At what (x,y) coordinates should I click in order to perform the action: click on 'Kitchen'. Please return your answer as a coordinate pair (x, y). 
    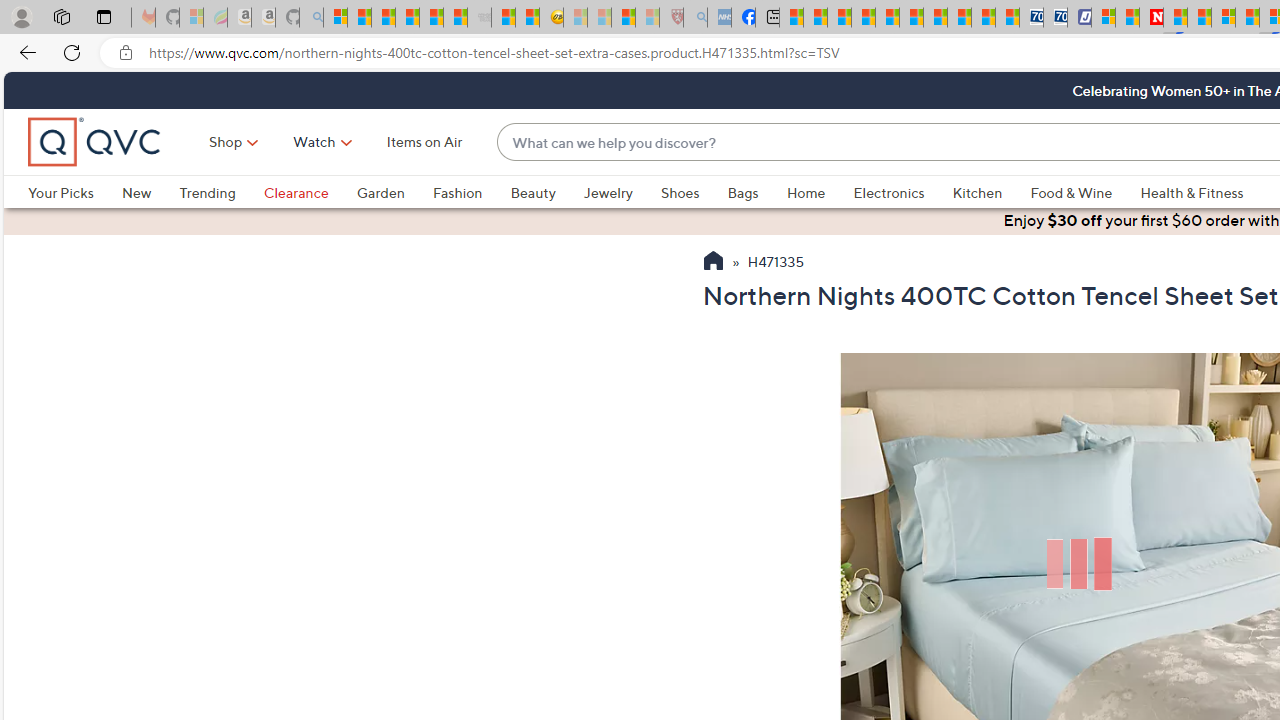
    Looking at the image, I should click on (977, 192).